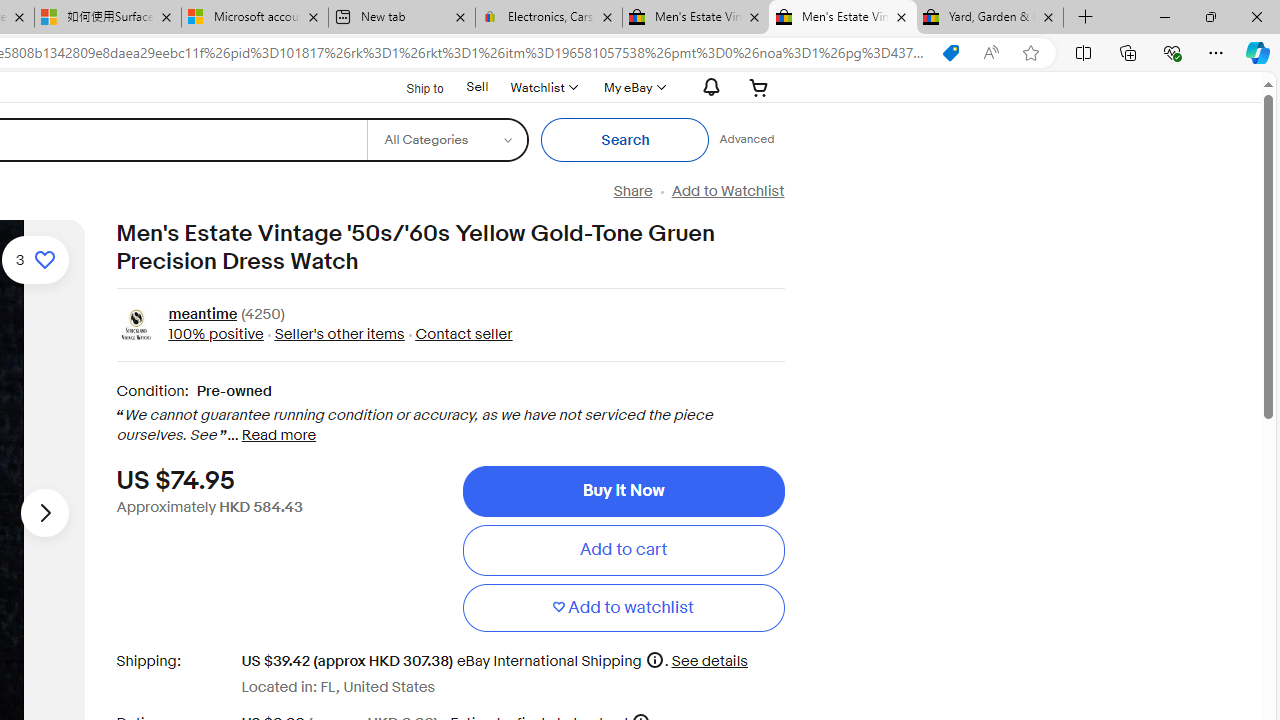  What do you see at coordinates (333, 333) in the screenshot?
I see `'  Seller'` at bounding box center [333, 333].